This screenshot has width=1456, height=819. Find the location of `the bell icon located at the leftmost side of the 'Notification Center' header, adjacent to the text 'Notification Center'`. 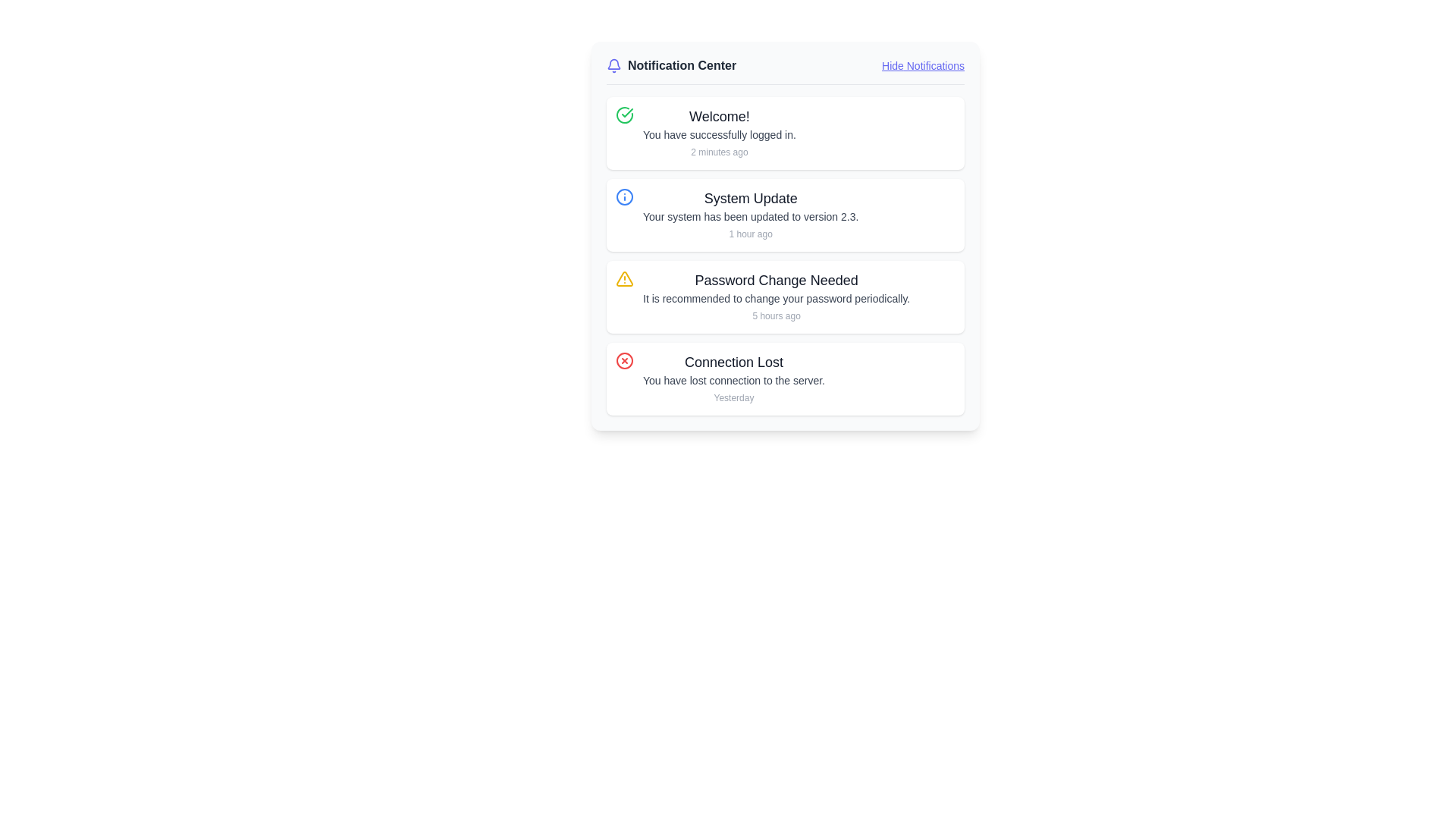

the bell icon located at the leftmost side of the 'Notification Center' header, adjacent to the text 'Notification Center' is located at coordinates (614, 65).